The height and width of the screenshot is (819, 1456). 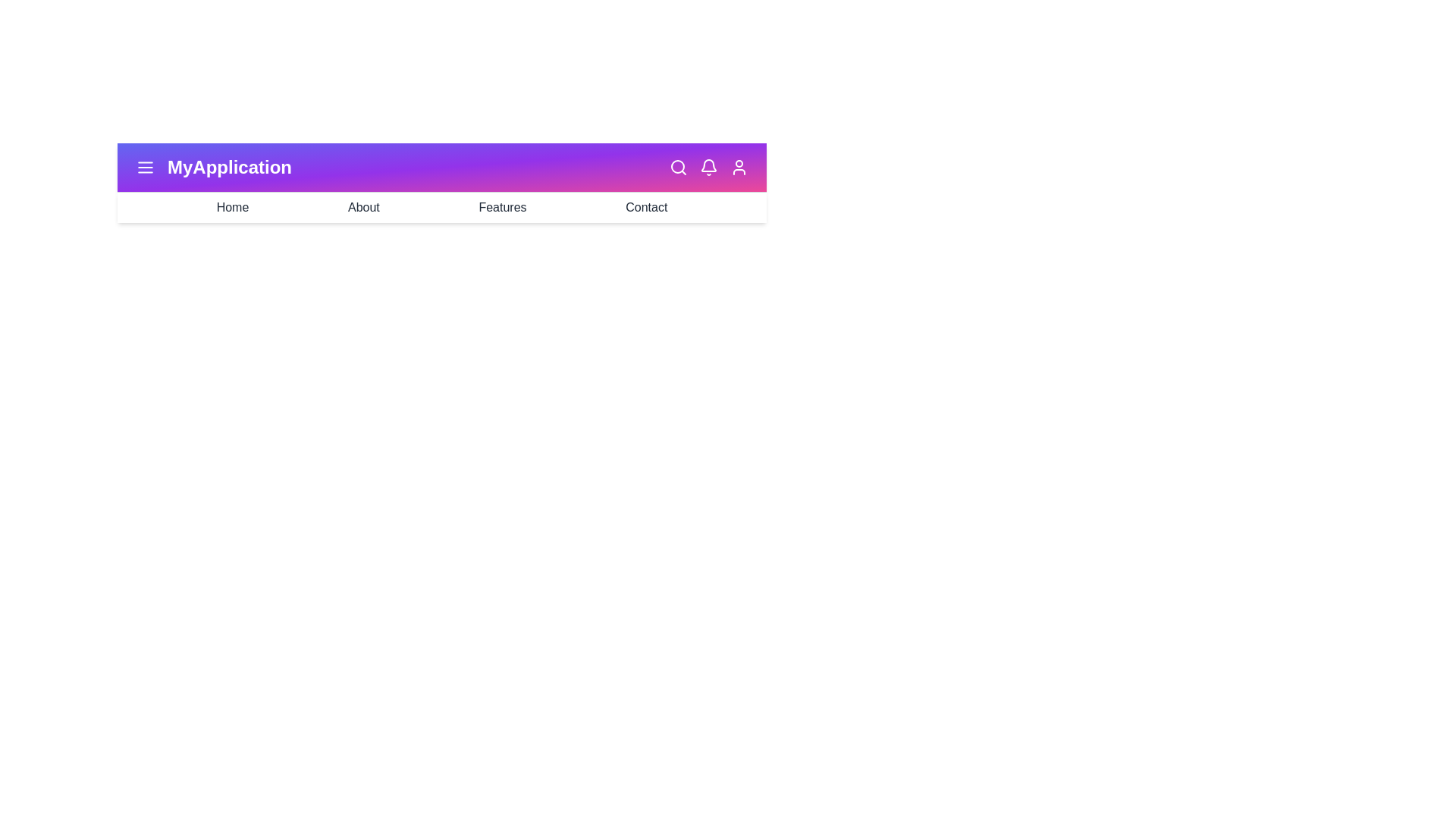 I want to click on the bell icon to view notifications, so click(x=708, y=167).